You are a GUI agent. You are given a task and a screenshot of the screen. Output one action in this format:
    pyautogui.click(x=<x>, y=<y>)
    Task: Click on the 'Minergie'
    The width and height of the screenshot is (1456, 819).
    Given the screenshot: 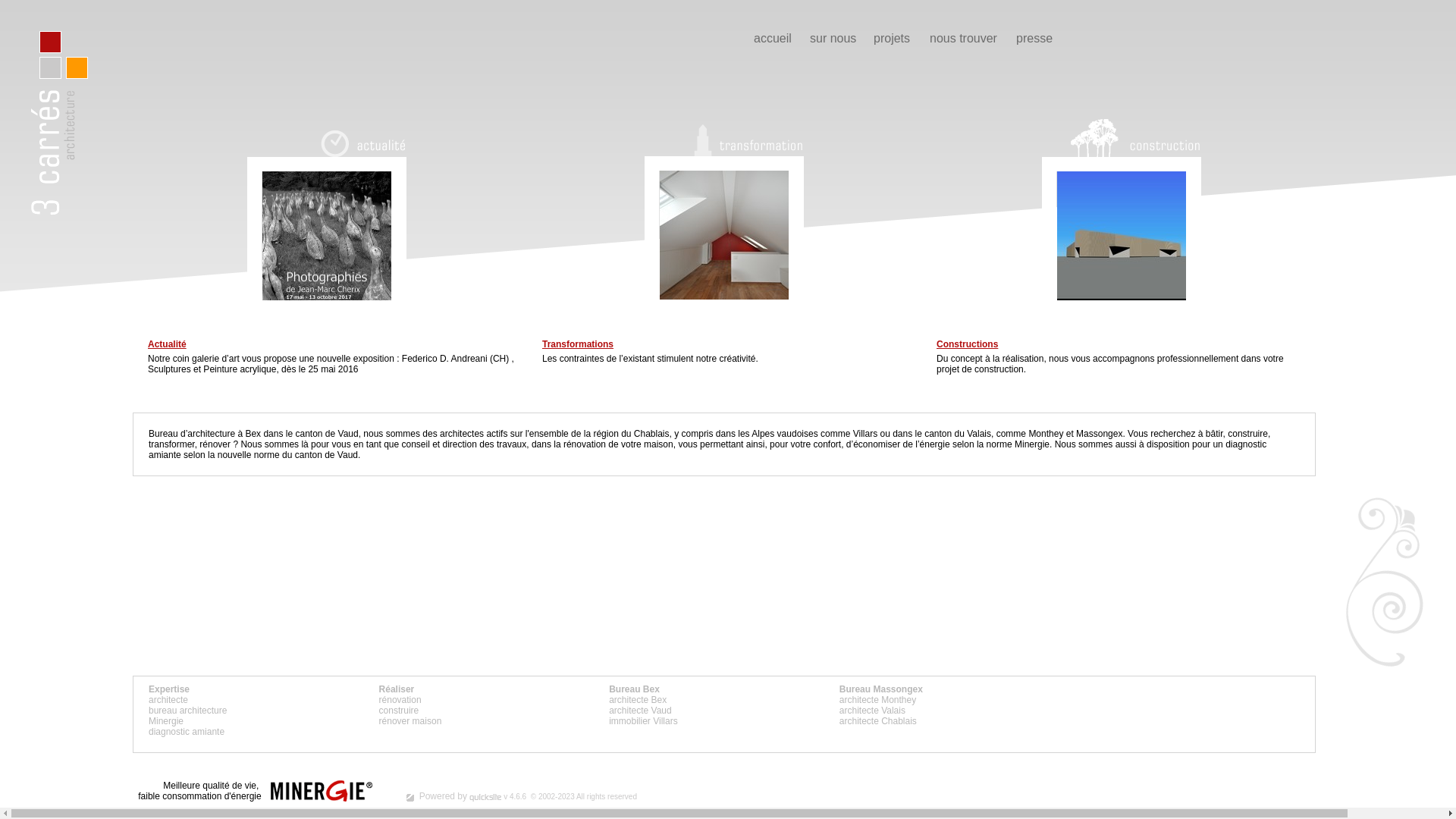 What is the action you would take?
    pyautogui.click(x=166, y=720)
    